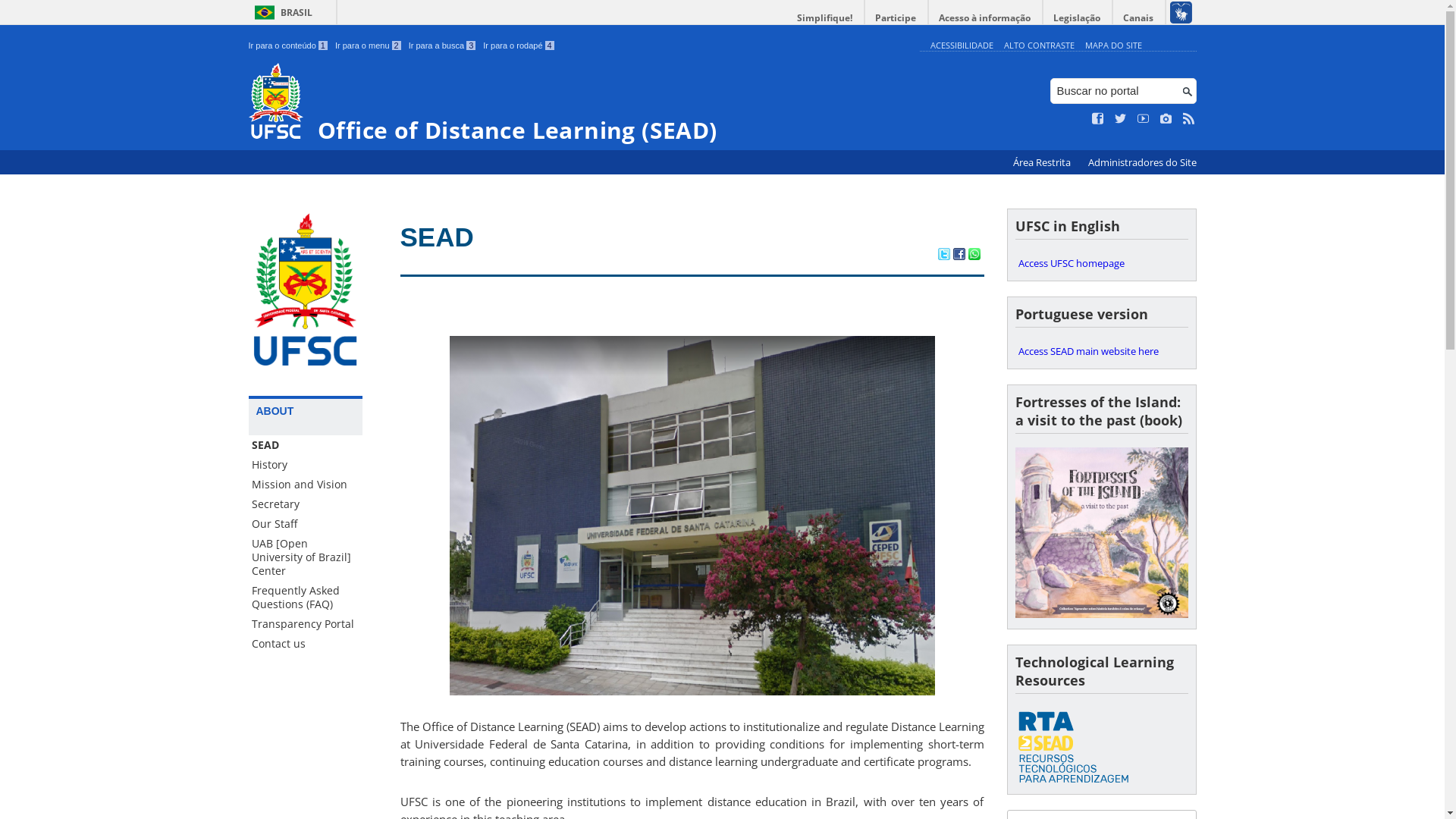 The width and height of the screenshot is (1456, 819). I want to click on 'Secretary', so click(305, 504).